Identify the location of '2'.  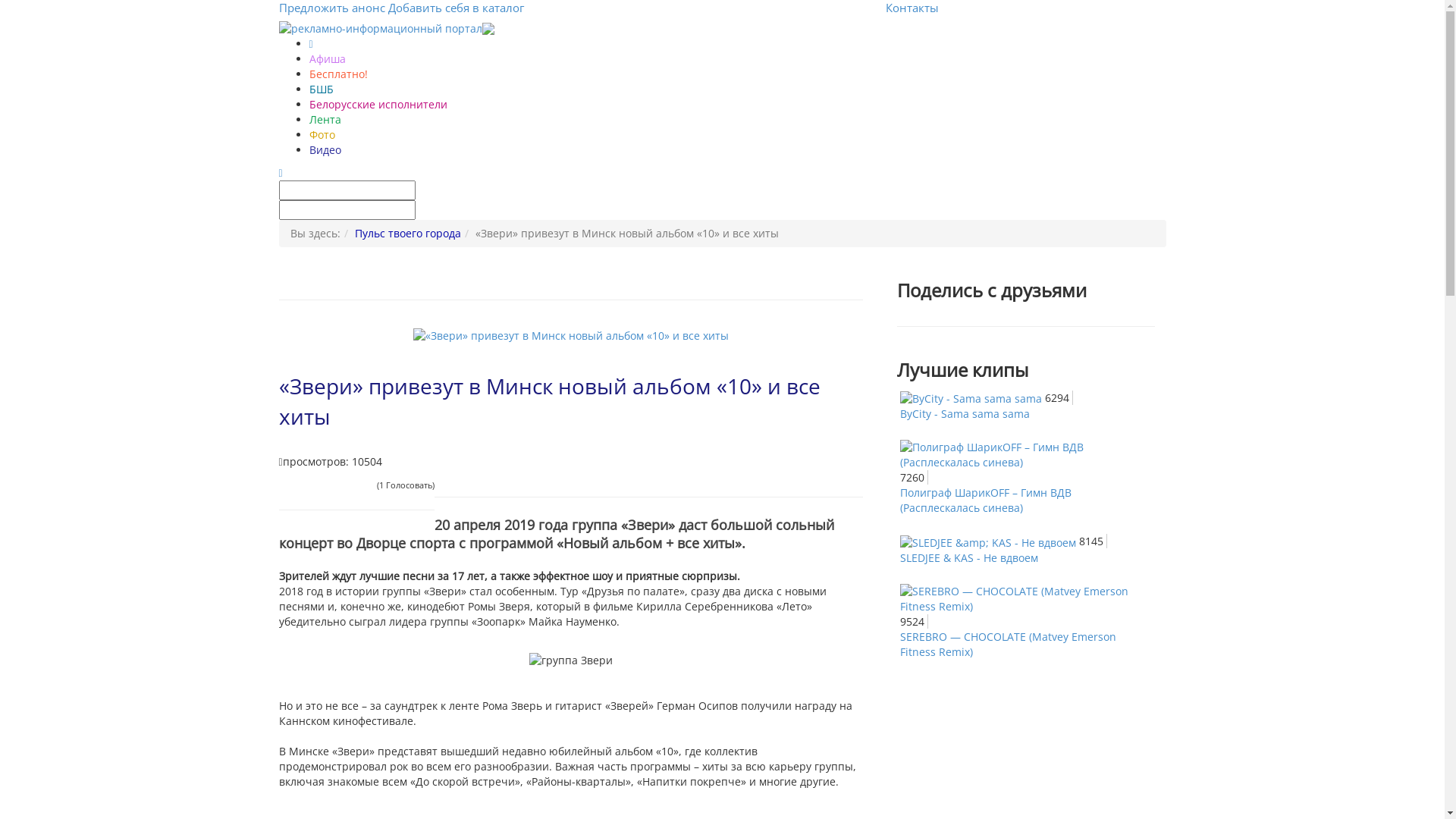
(298, 485).